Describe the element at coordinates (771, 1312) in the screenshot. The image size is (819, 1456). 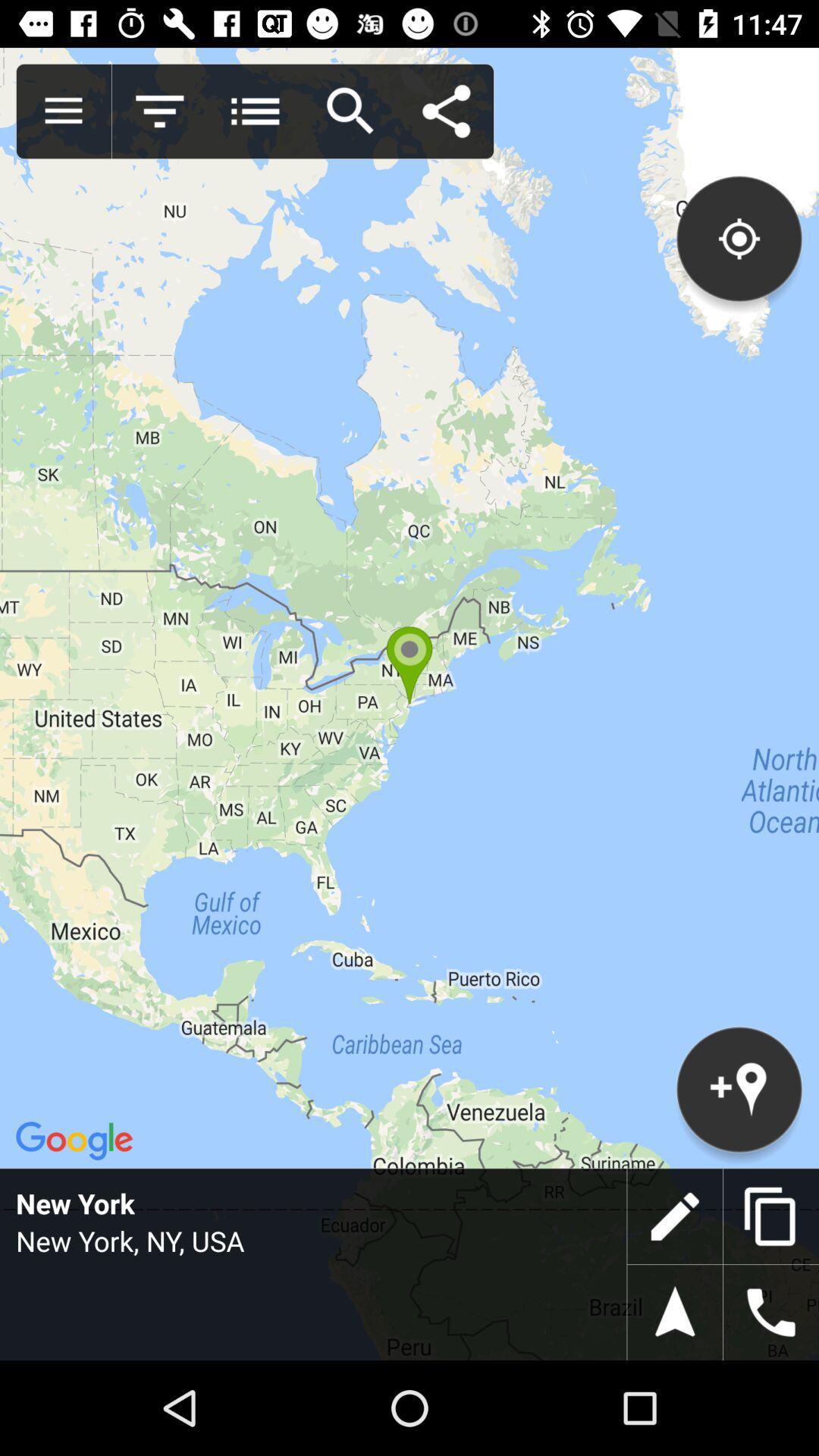
I see `switch to call option` at that location.